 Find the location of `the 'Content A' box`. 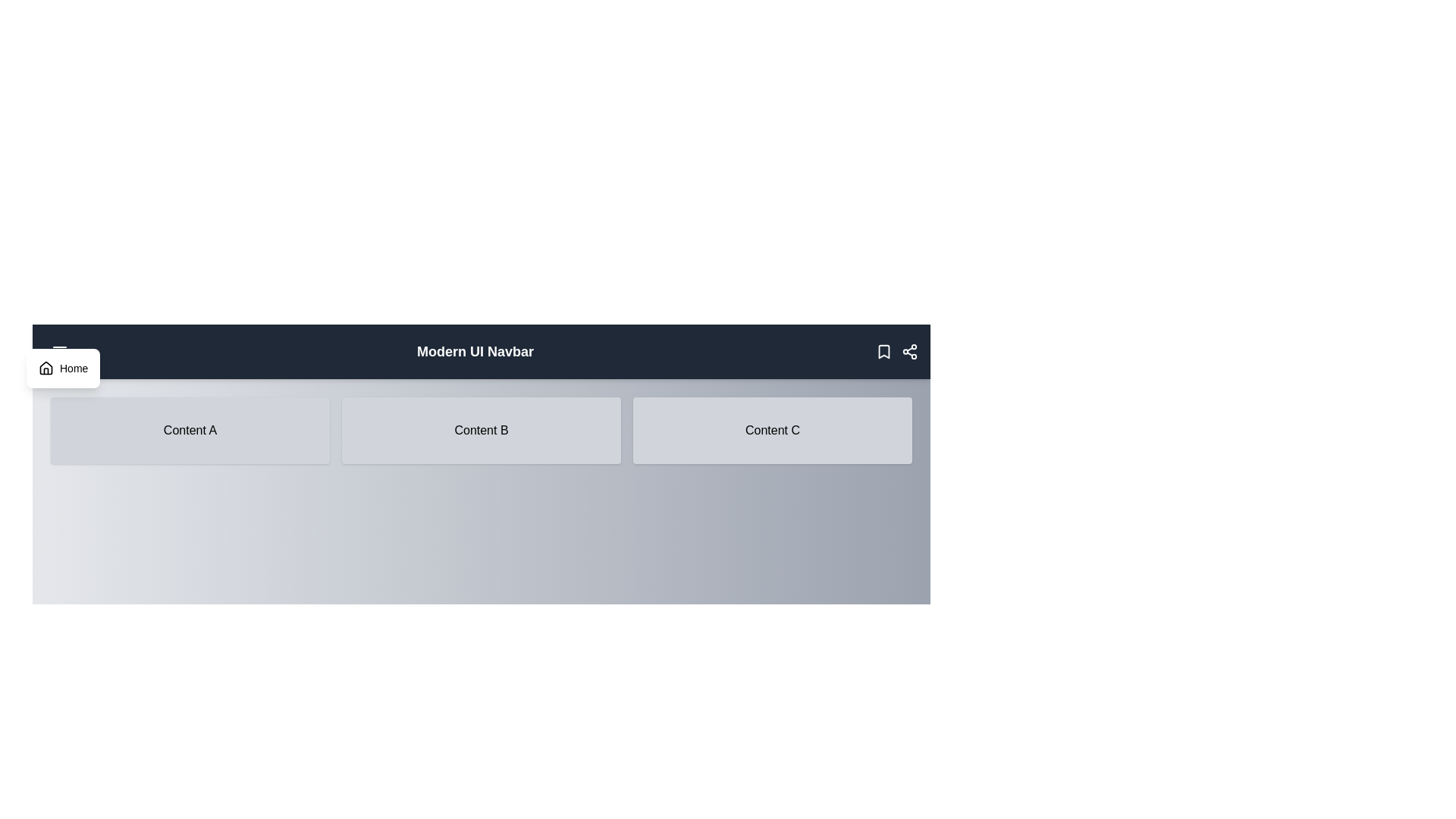

the 'Content A' box is located at coordinates (189, 430).